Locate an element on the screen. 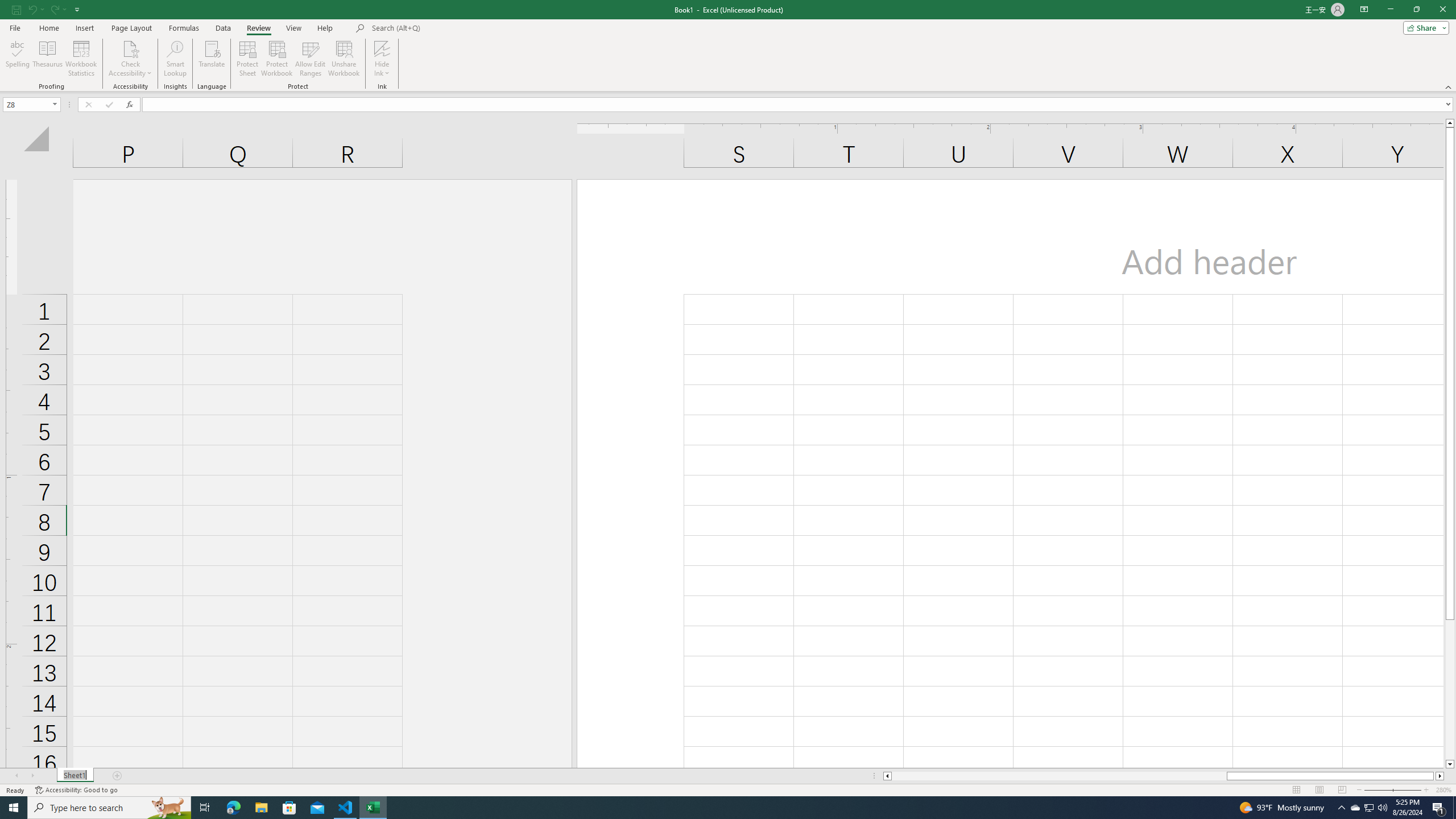 This screenshot has width=1456, height=819. 'Customize Quick Access Toolbar' is located at coordinates (77, 9).